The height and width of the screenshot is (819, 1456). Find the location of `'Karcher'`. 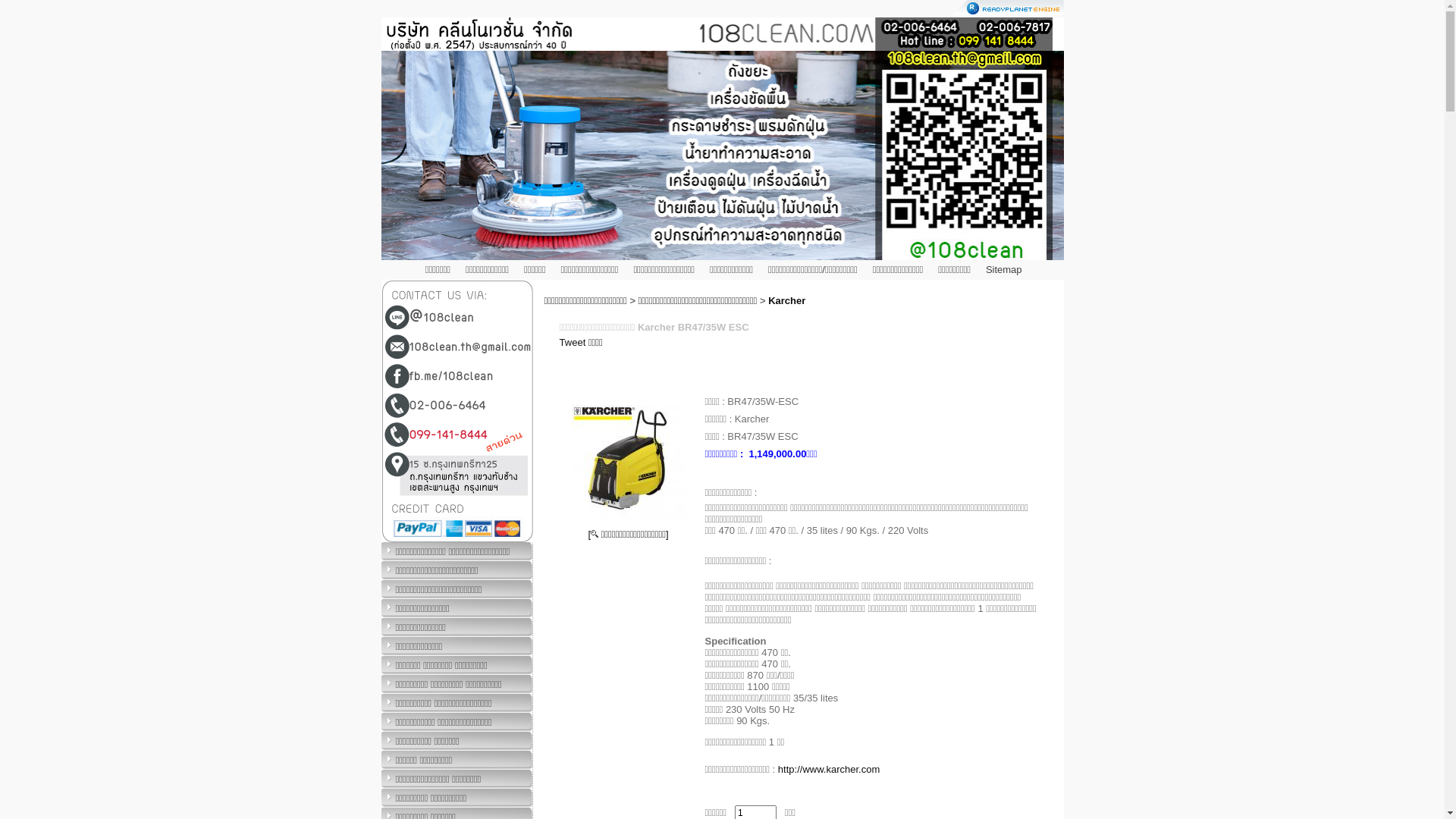

'Karcher' is located at coordinates (786, 300).